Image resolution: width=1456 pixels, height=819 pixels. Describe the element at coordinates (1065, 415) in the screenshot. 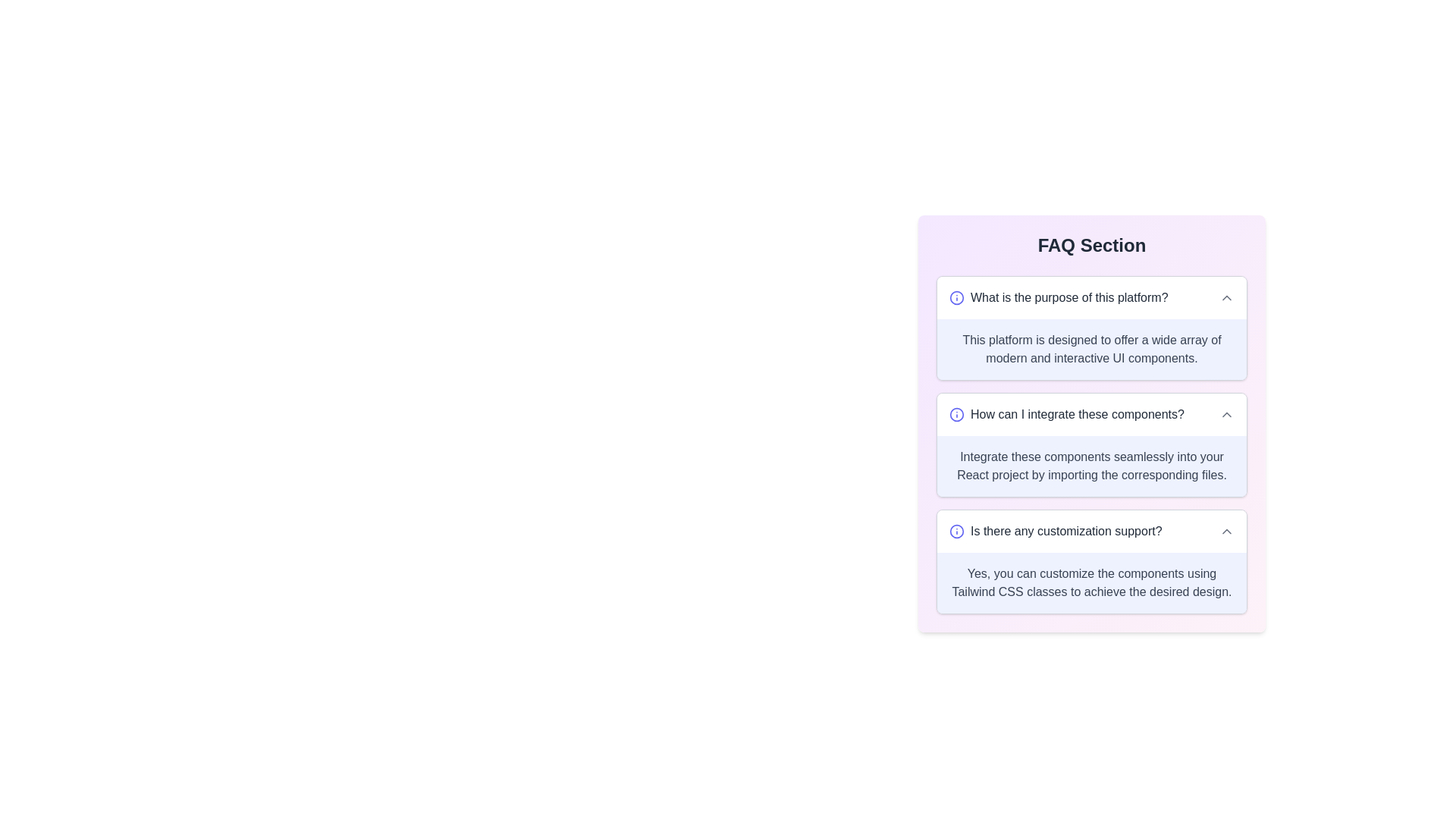

I see `the second question header in the FAQ section, which is a text element with an associated icon that expands or collapses additional information` at that location.